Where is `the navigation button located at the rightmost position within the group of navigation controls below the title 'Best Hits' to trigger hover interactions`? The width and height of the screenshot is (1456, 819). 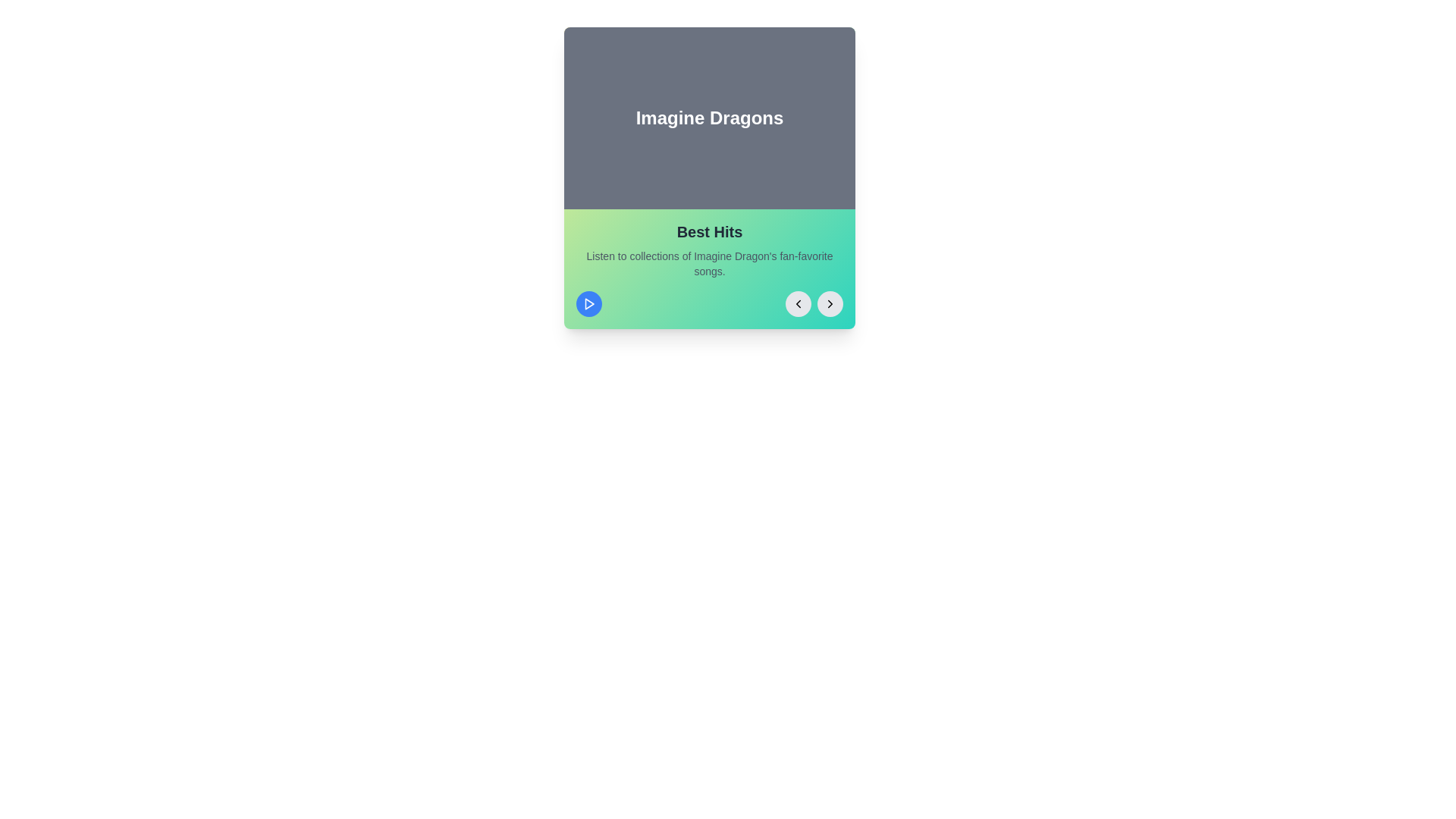 the navigation button located at the rightmost position within the group of navigation controls below the title 'Best Hits' to trigger hover interactions is located at coordinates (829, 304).